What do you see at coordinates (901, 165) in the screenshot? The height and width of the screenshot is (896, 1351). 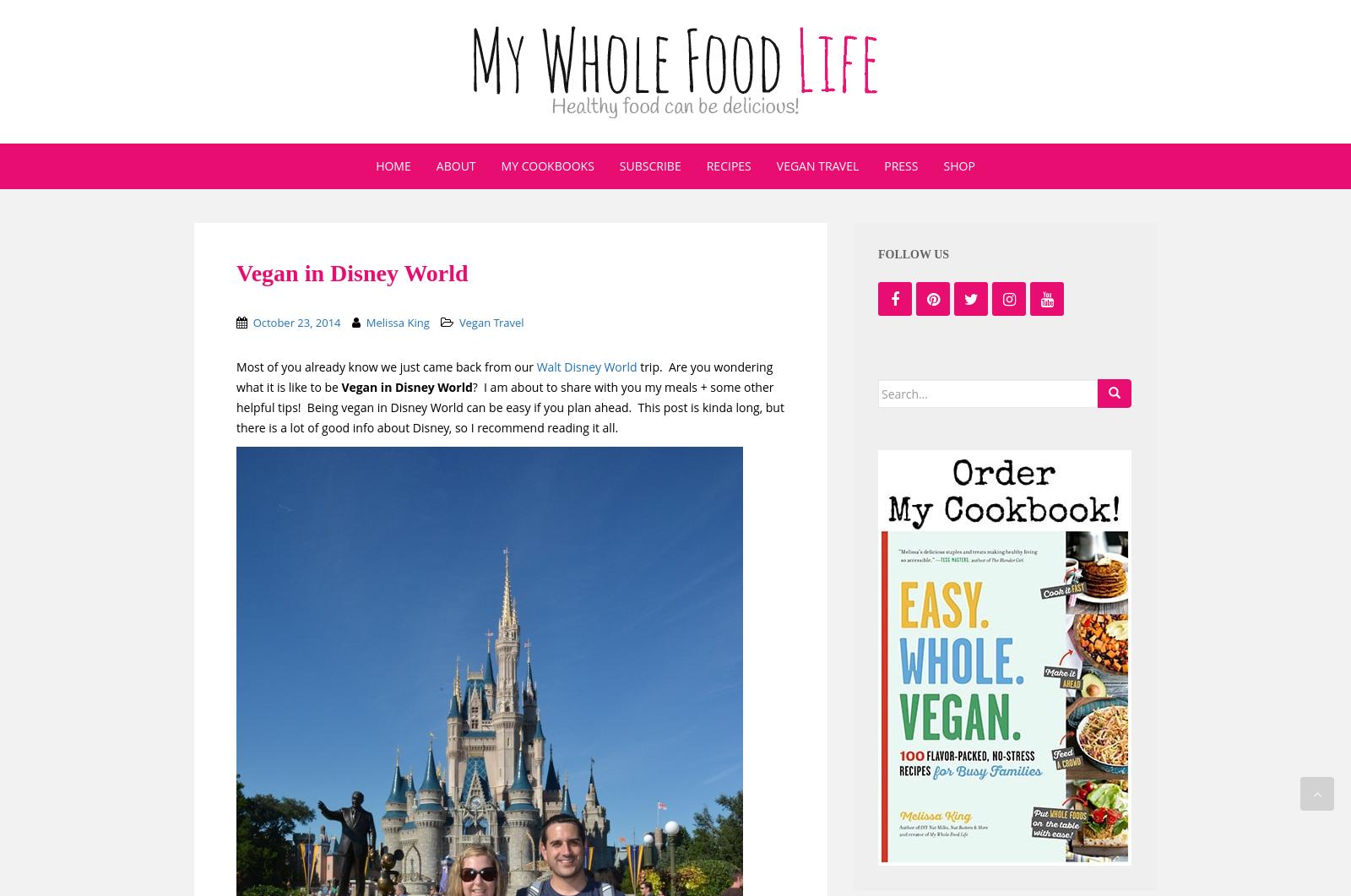 I see `'Press'` at bounding box center [901, 165].